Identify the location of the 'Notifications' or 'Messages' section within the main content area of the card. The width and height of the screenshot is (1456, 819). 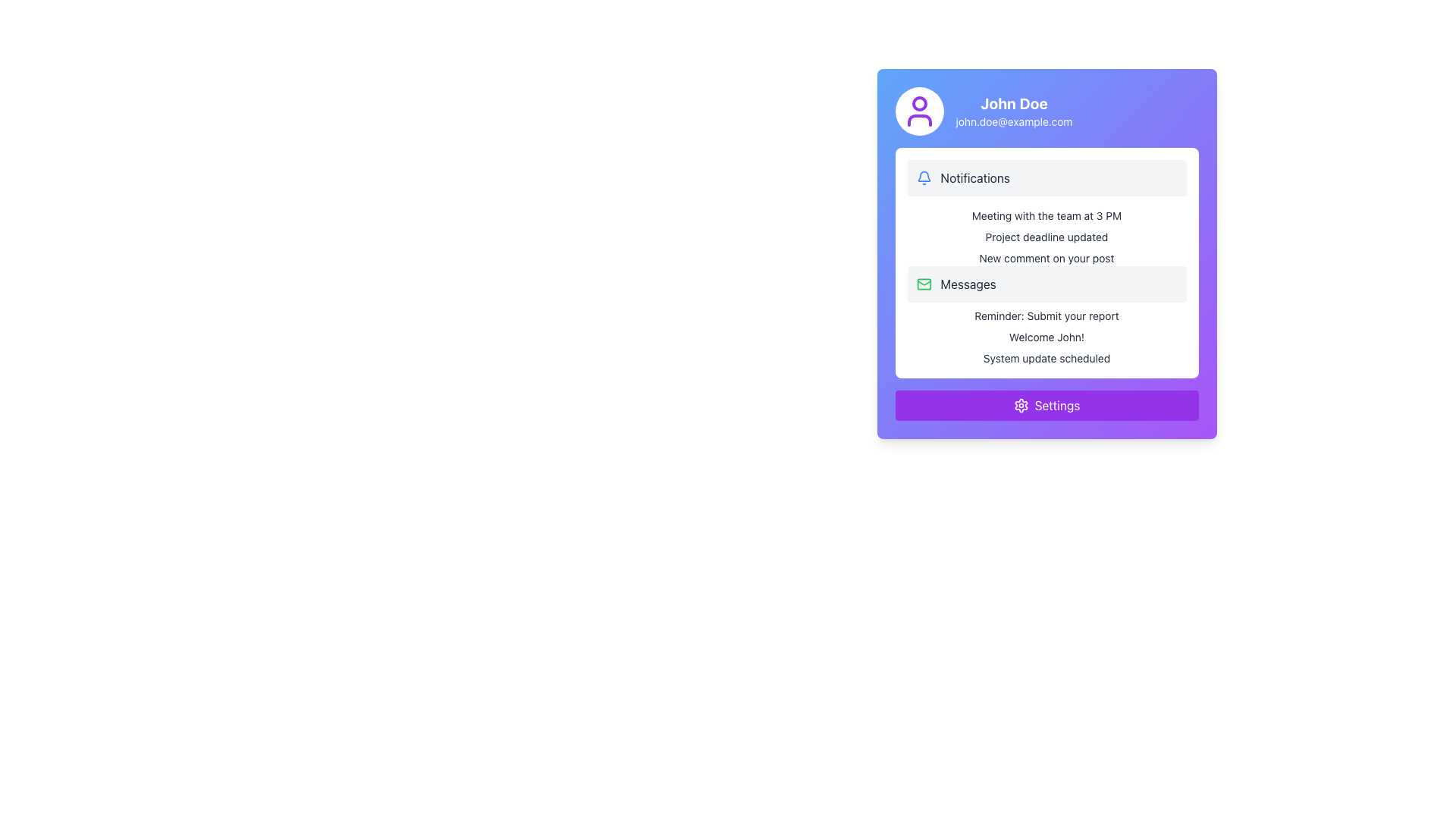
(1046, 262).